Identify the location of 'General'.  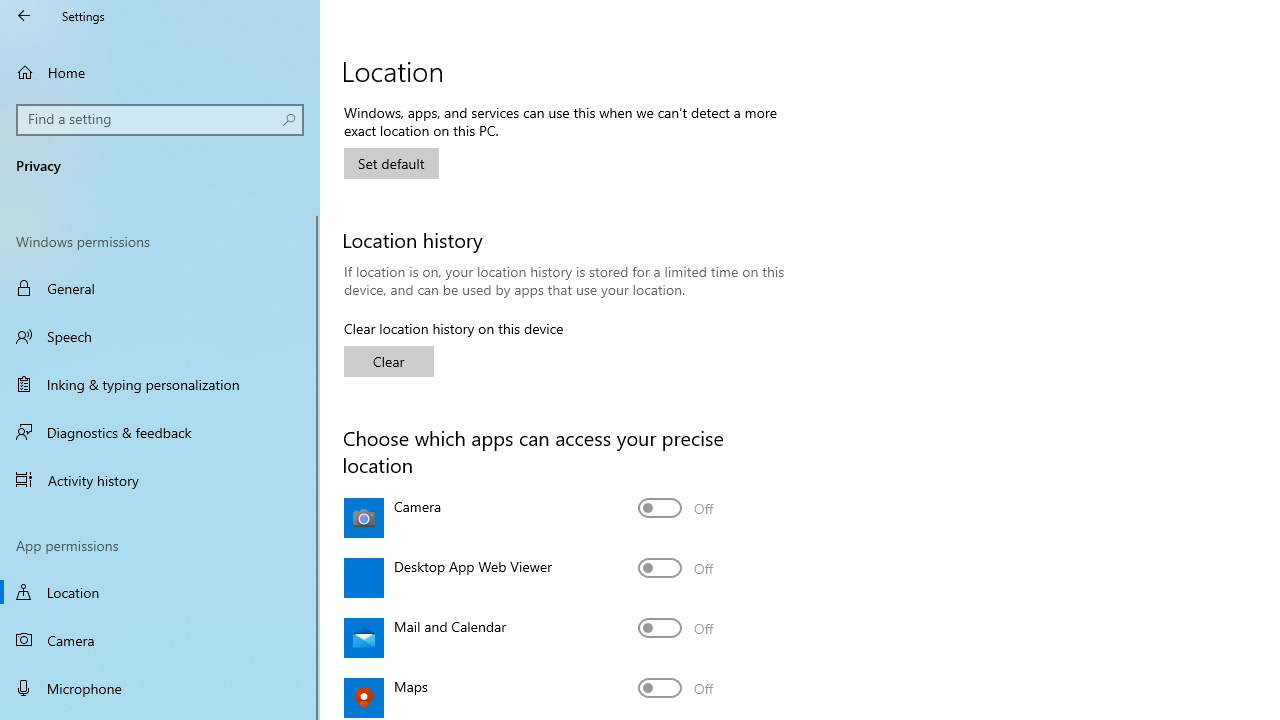
(160, 288).